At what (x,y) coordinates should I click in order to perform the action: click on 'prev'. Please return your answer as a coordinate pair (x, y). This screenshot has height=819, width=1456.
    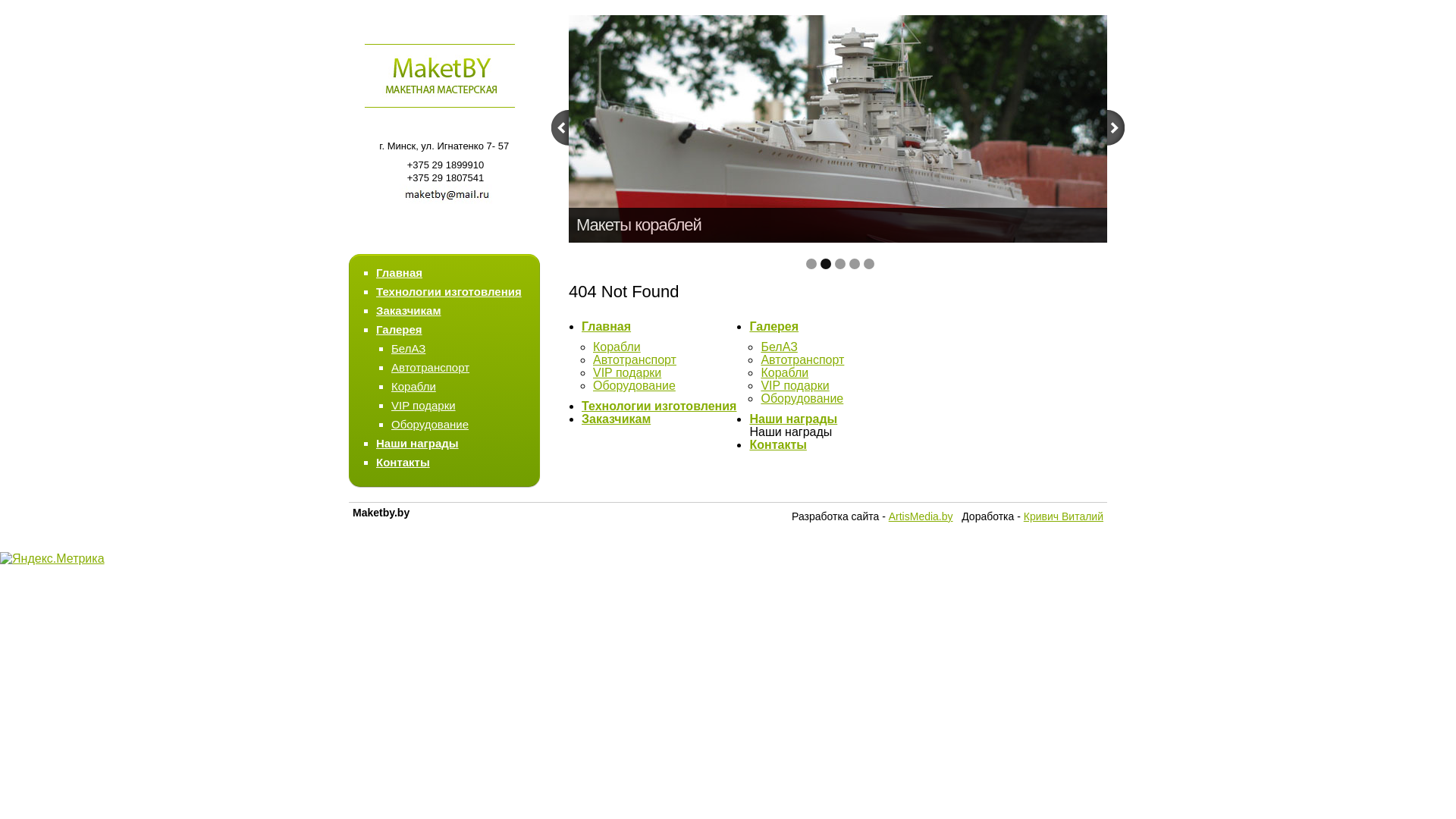
    Looking at the image, I should click on (559, 127).